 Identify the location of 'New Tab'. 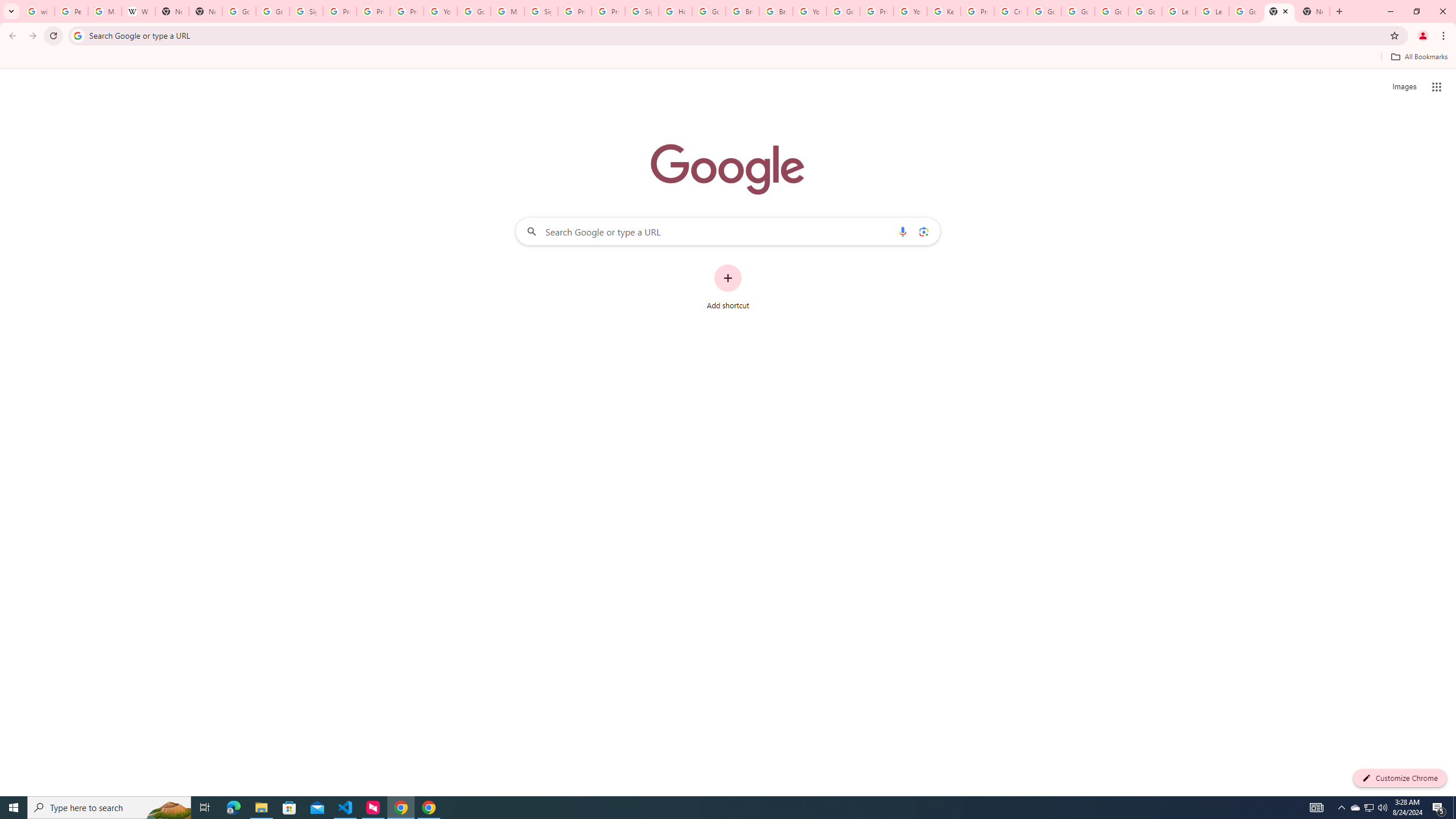
(1313, 11).